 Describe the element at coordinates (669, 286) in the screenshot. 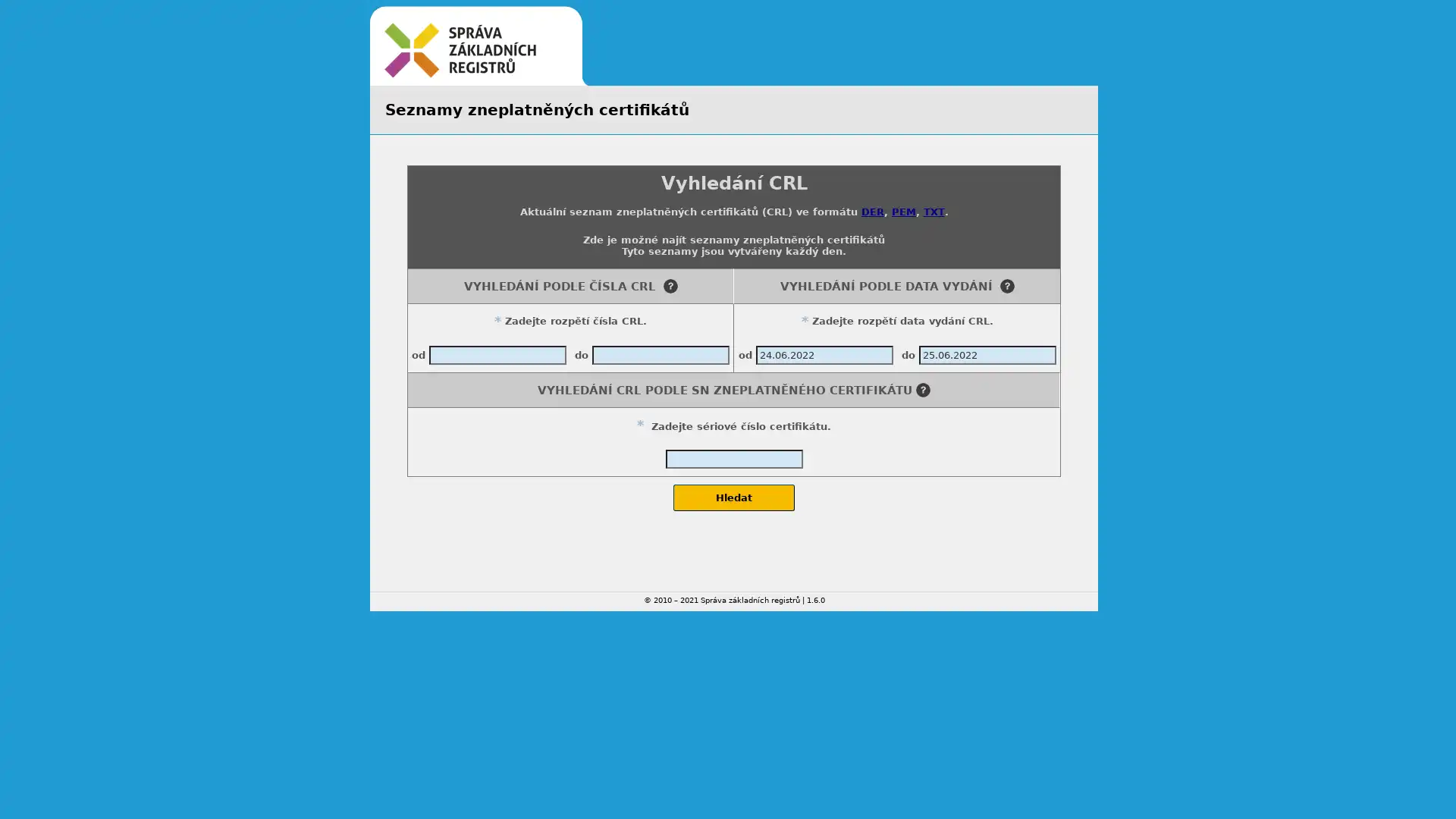

I see `Napoveda` at that location.